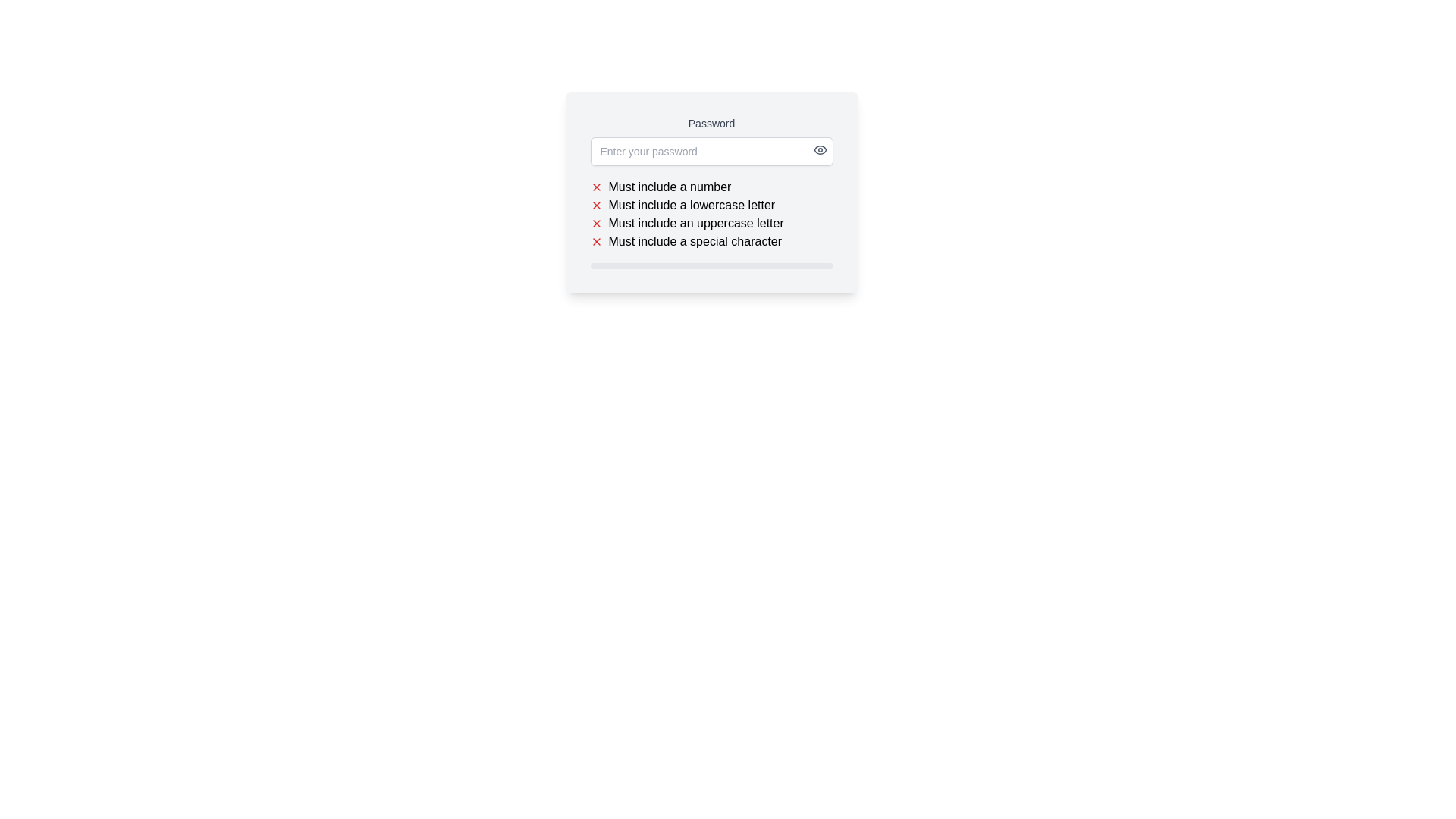 The width and height of the screenshot is (1456, 819). I want to click on the validation message indicating that the password must include an uppercase letter, which is represented by a red 'X', so click(711, 223).